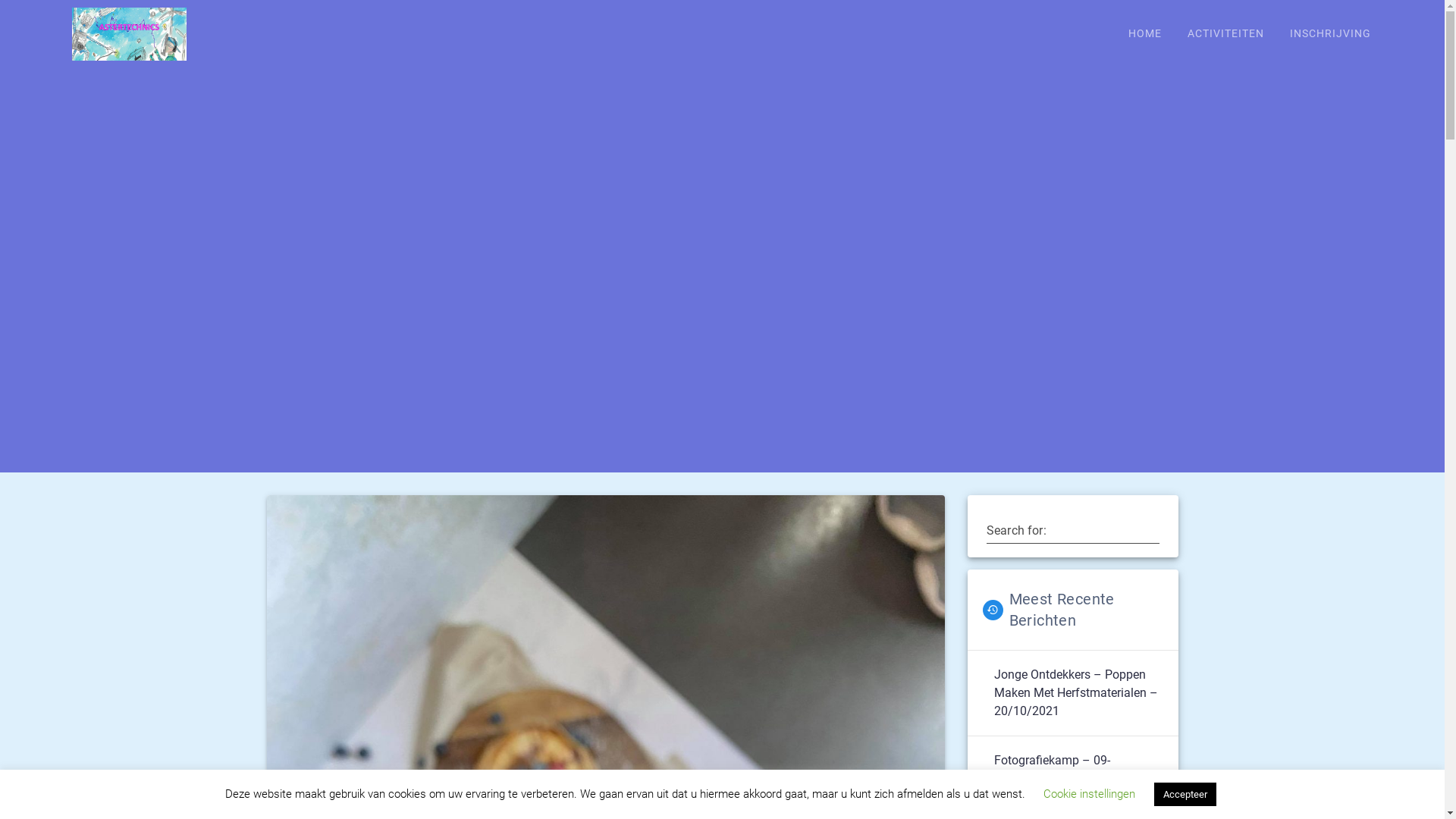 The height and width of the screenshot is (819, 1456). What do you see at coordinates (1185, 793) in the screenshot?
I see `'Accepteer'` at bounding box center [1185, 793].